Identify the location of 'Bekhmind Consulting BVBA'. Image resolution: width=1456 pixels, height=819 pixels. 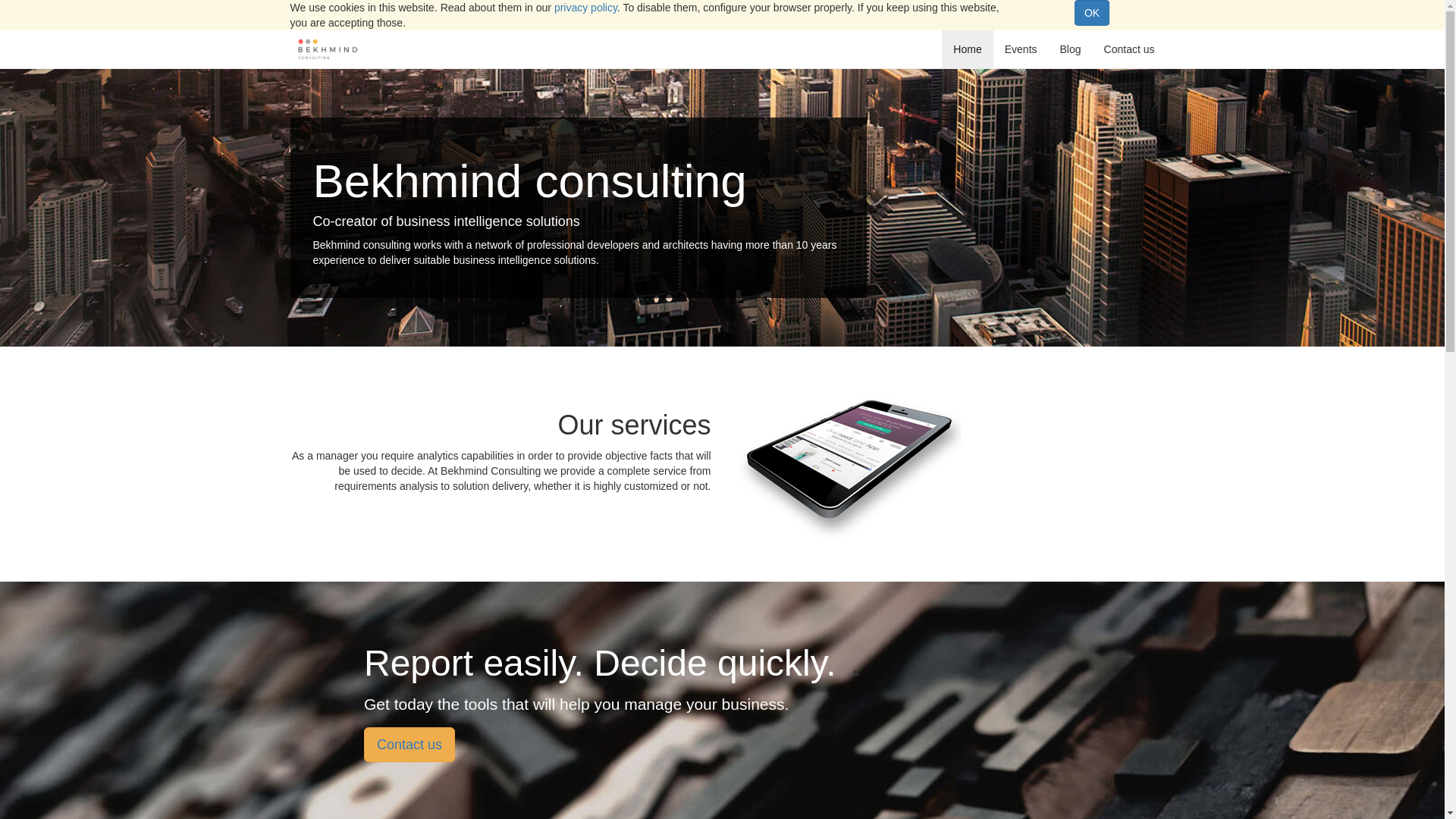
(327, 49).